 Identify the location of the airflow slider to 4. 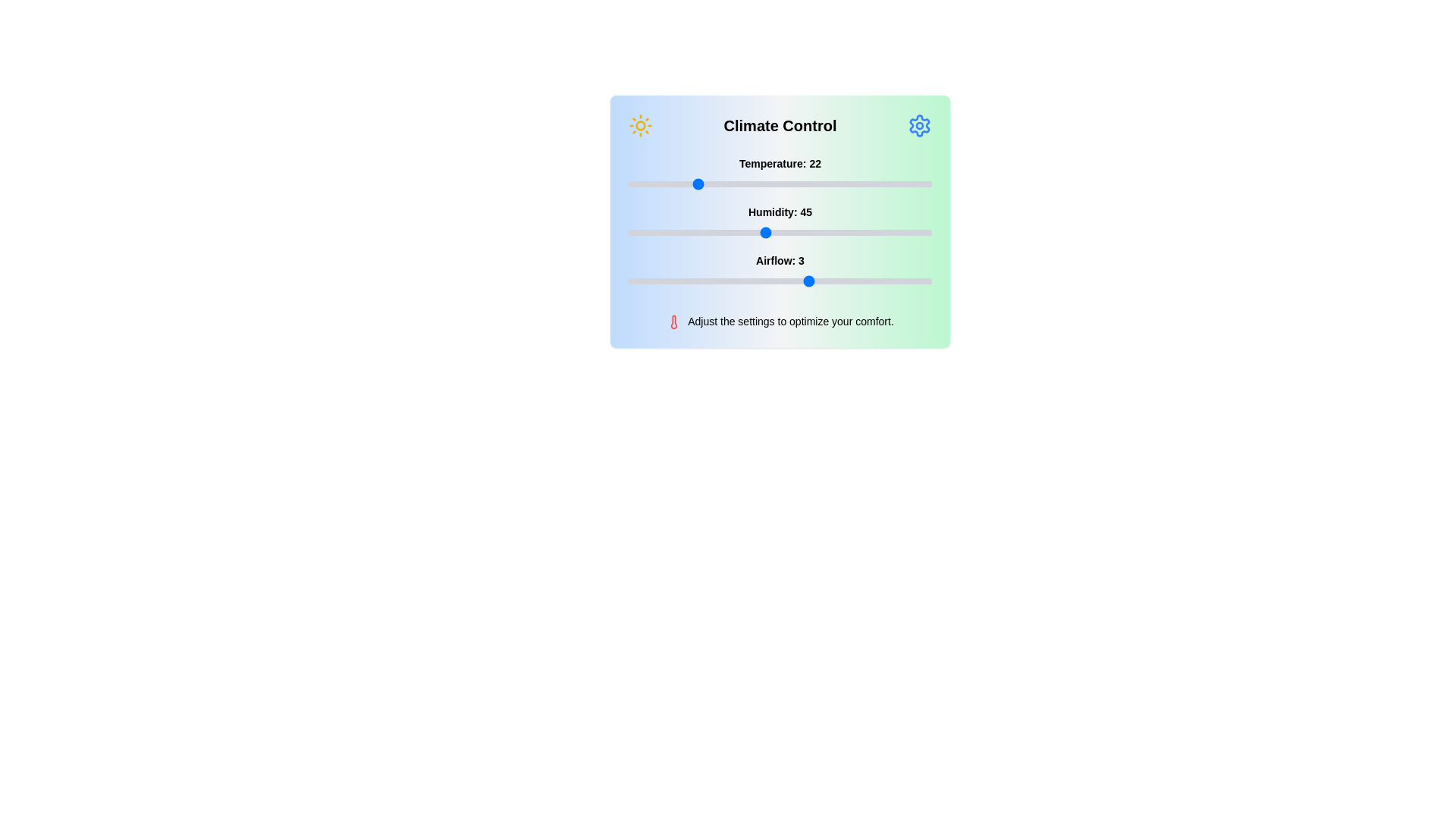
(871, 281).